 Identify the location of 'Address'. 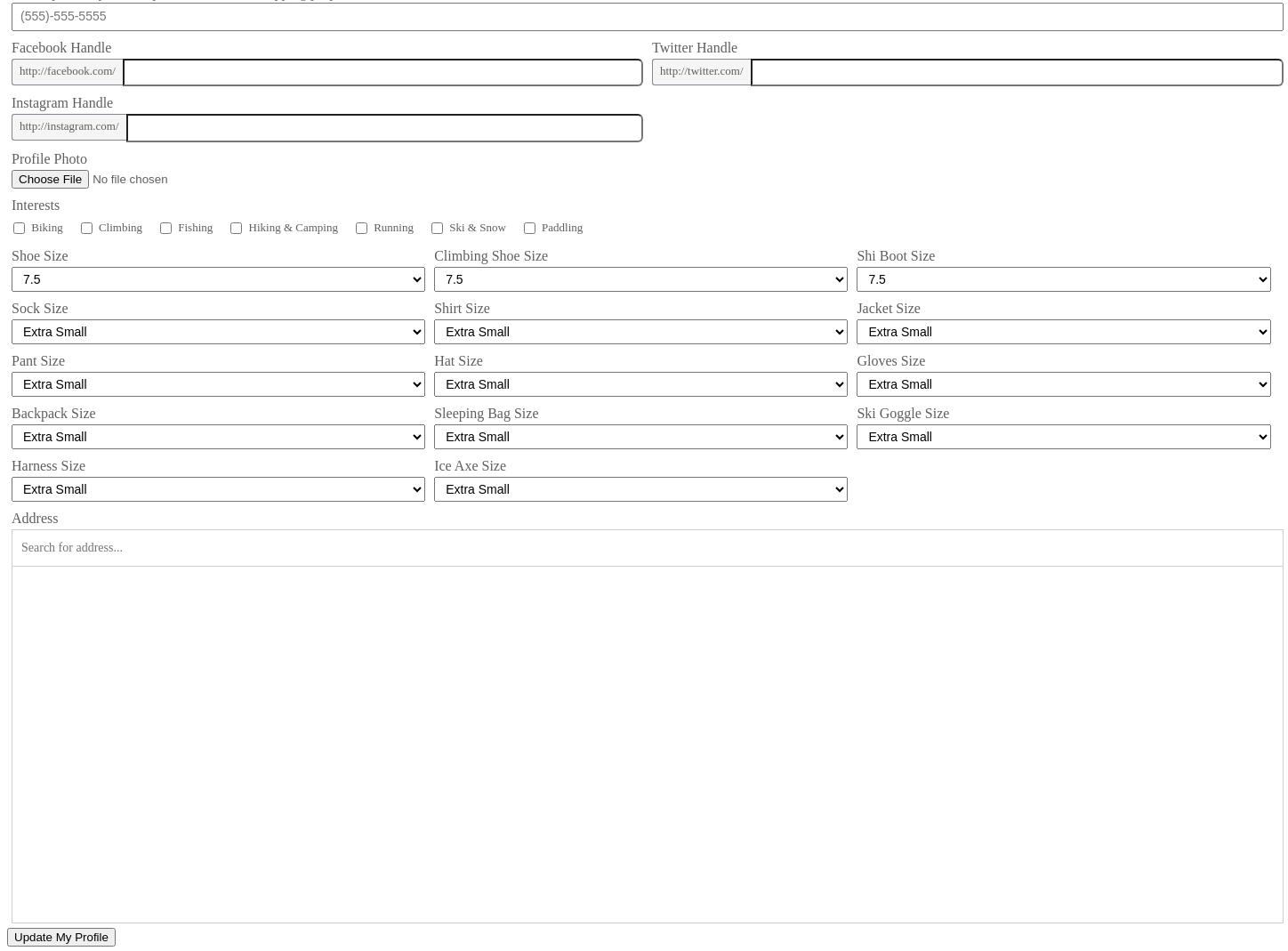
(34, 518).